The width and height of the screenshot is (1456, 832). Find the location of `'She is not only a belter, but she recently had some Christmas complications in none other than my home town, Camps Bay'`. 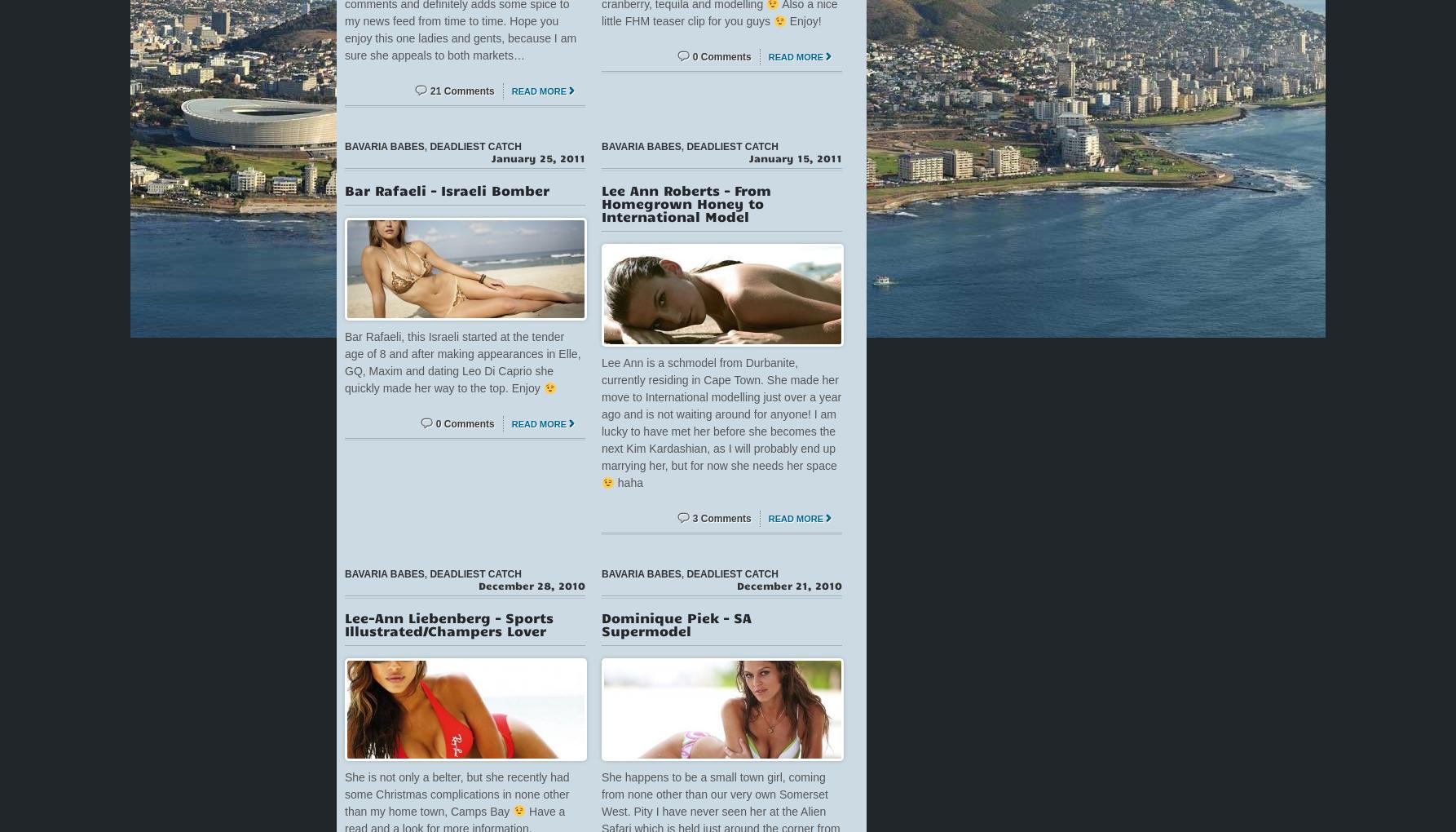

'She is not only a belter, but she recently had some Christmas complications in none other than my home town, Camps Bay' is located at coordinates (456, 792).